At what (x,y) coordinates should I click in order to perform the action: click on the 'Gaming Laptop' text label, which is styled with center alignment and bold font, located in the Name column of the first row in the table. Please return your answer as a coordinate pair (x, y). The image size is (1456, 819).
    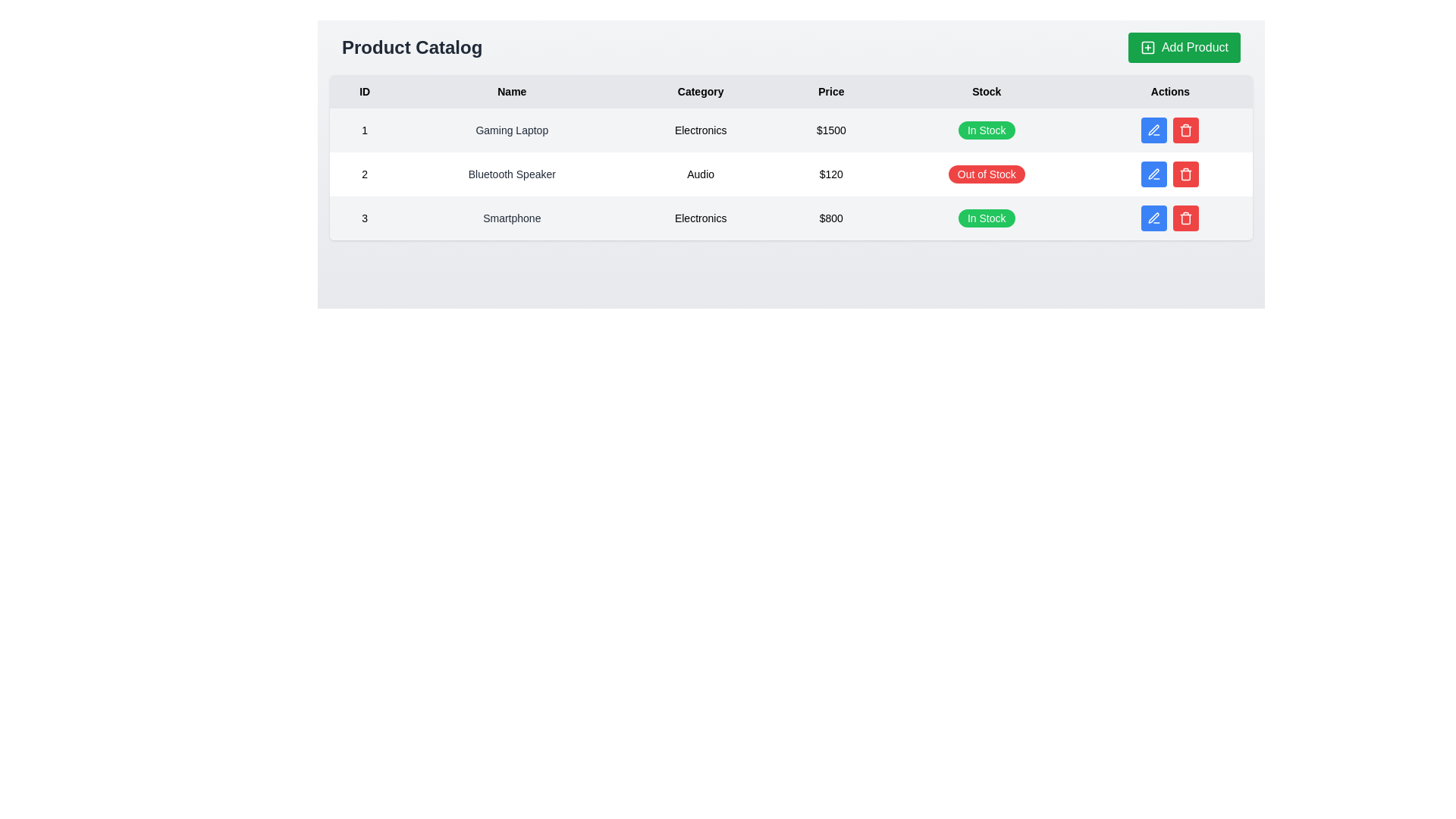
    Looking at the image, I should click on (512, 130).